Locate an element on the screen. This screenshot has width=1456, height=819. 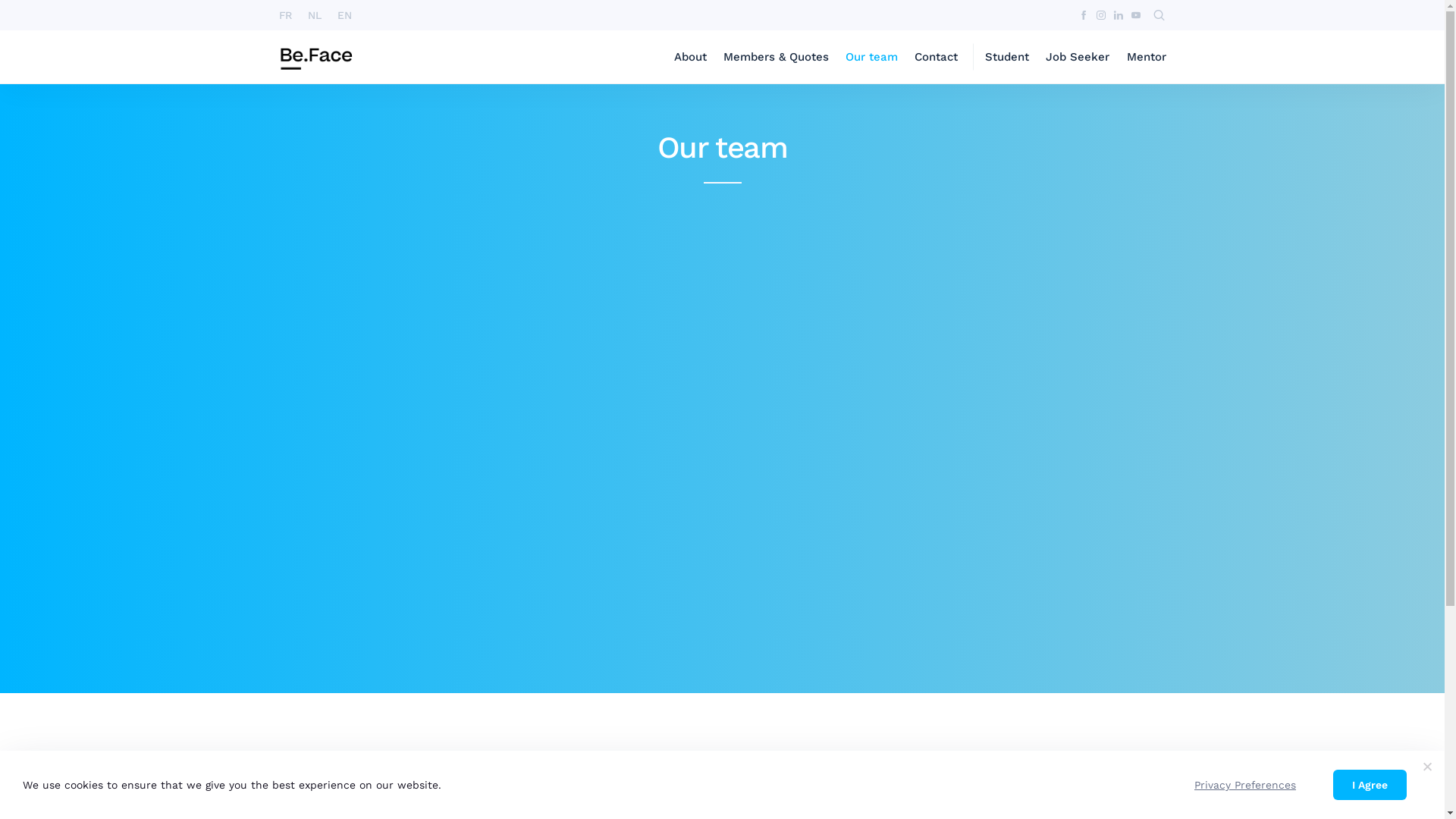
'Members & Quotes' is located at coordinates (776, 55).